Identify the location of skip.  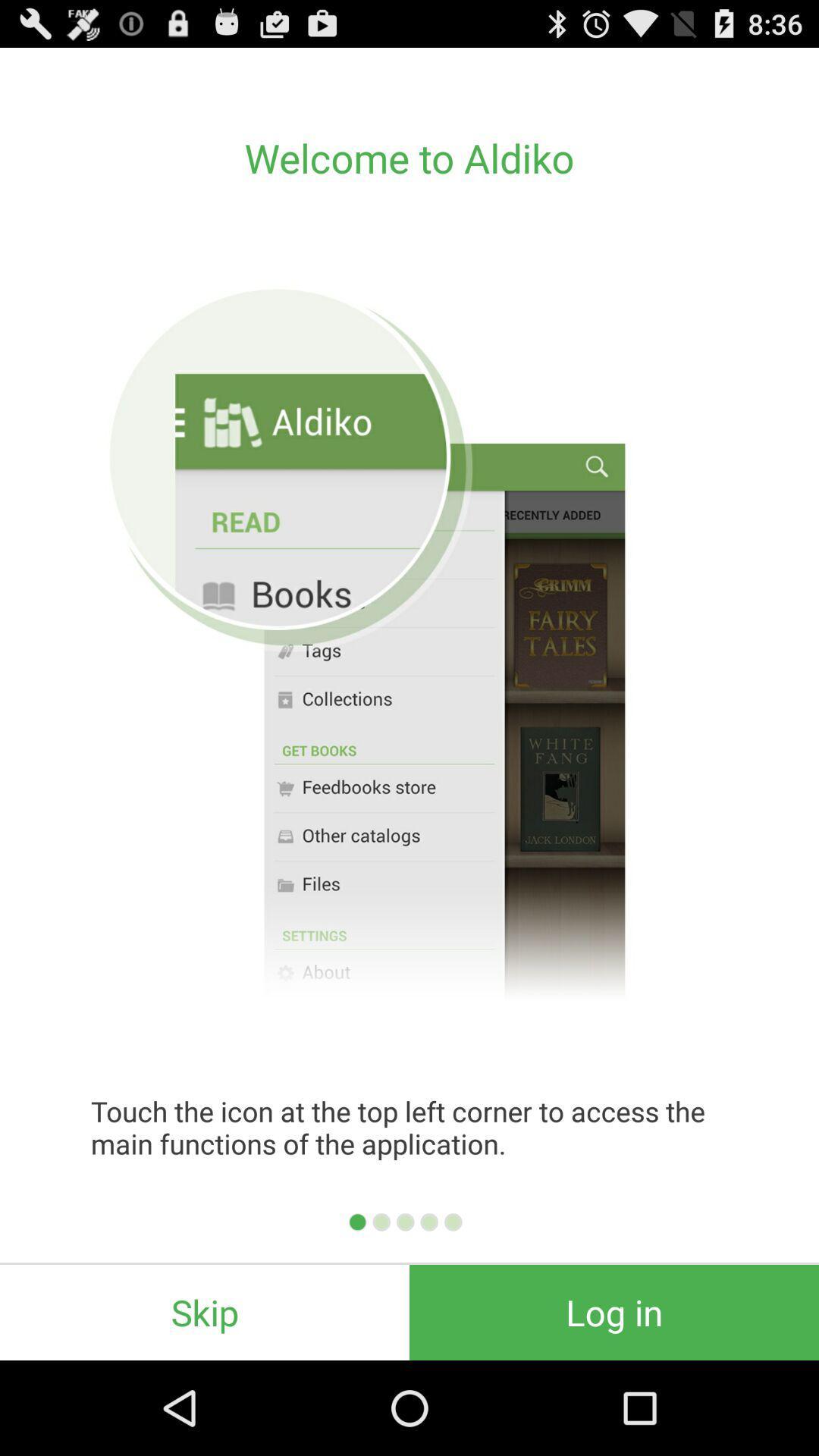
(205, 1312).